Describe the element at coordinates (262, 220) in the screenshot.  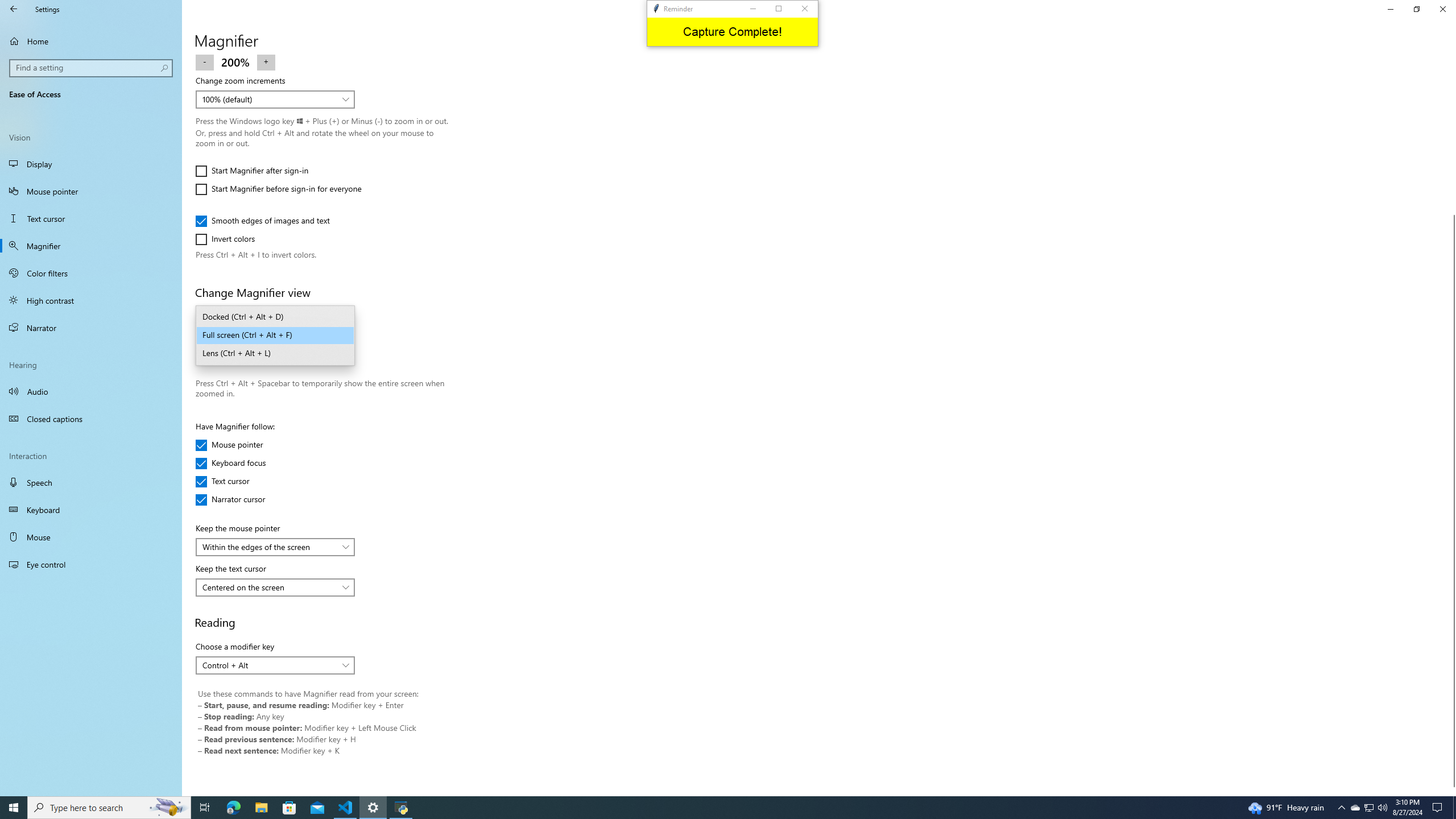
I see `'Smooth edges of images and text'` at that location.